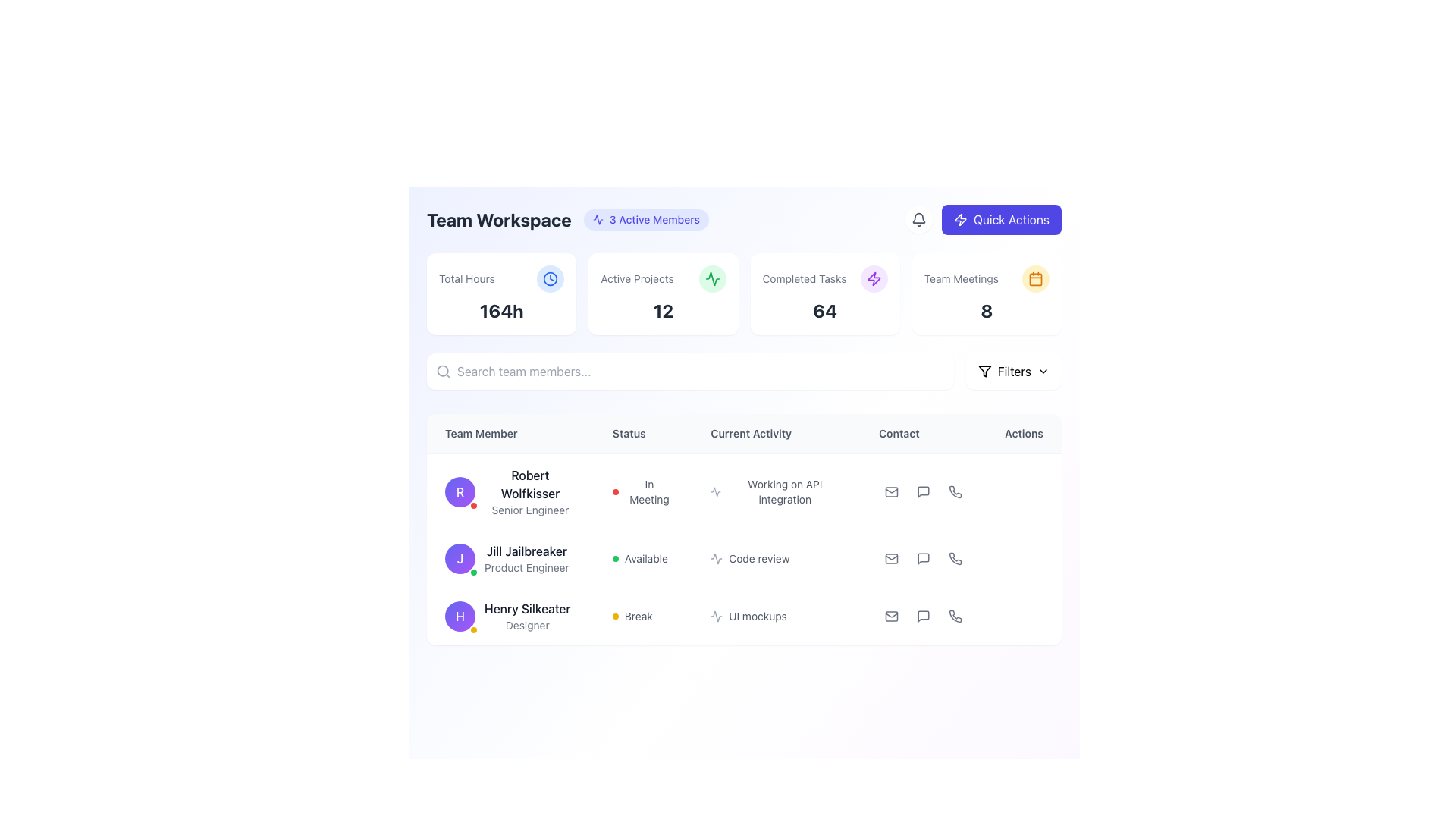  I want to click on the 'Total Hours' icon located at the top right of the 'Total Hours' information card, so click(550, 278).